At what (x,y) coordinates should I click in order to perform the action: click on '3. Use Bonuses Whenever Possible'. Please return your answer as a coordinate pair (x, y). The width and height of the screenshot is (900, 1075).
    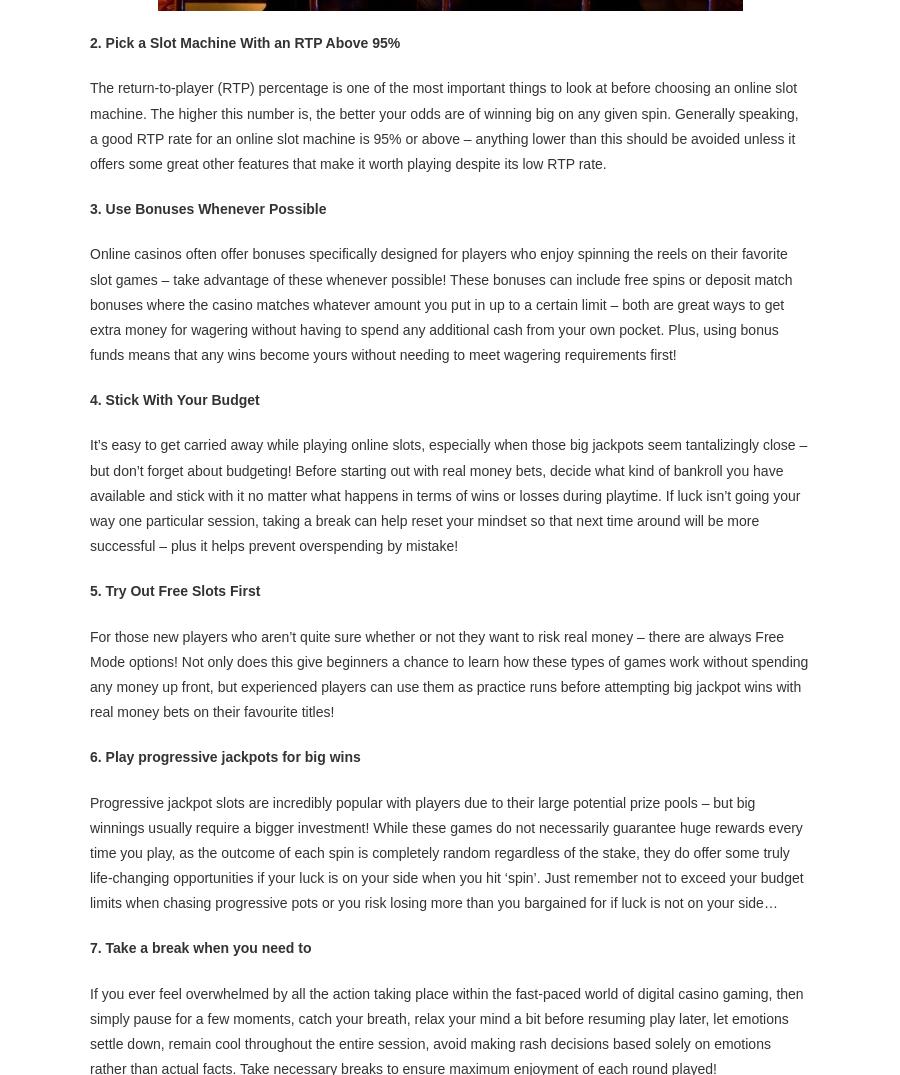
    Looking at the image, I should click on (207, 207).